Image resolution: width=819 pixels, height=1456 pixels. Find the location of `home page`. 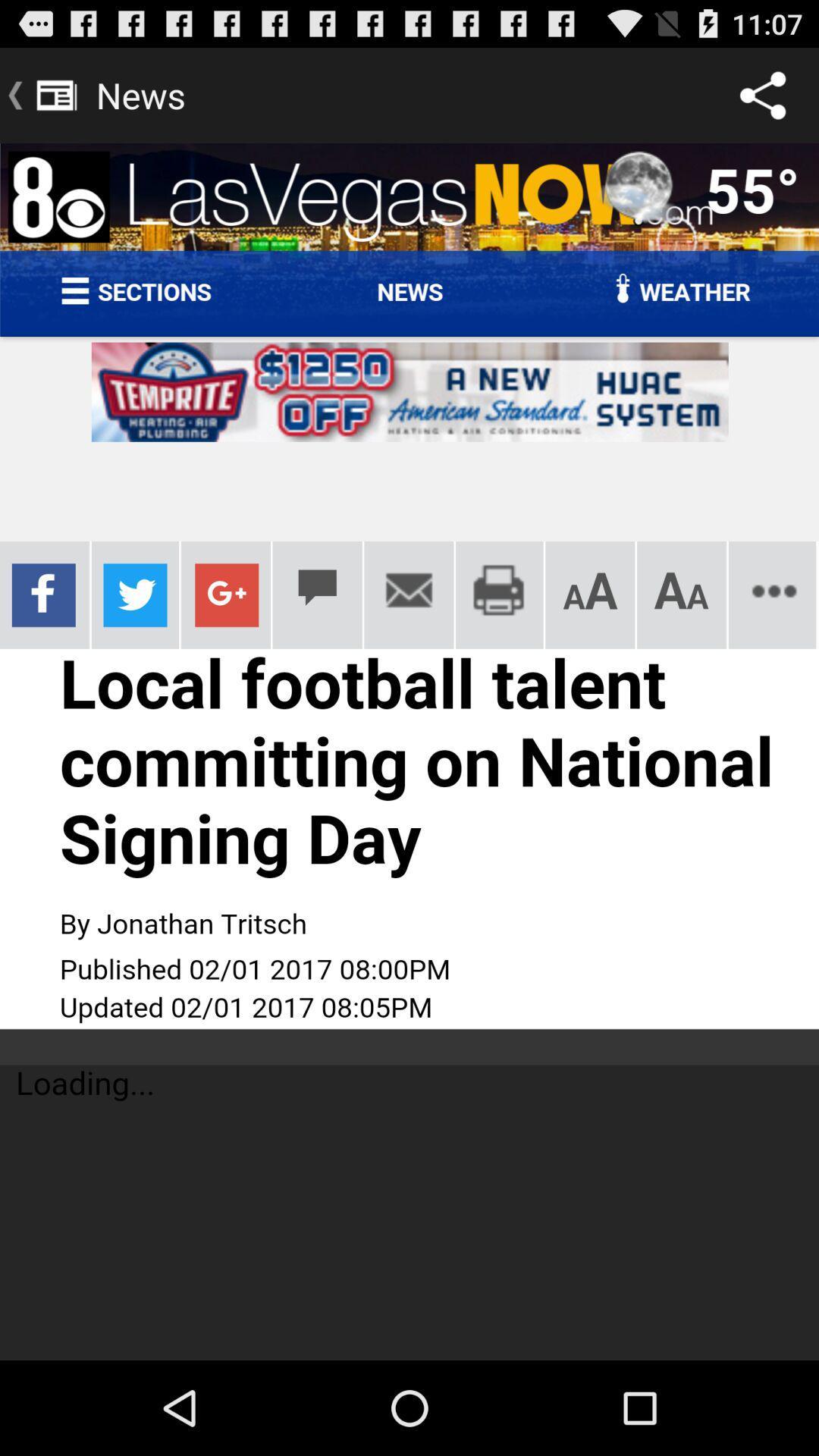

home page is located at coordinates (409, 752).